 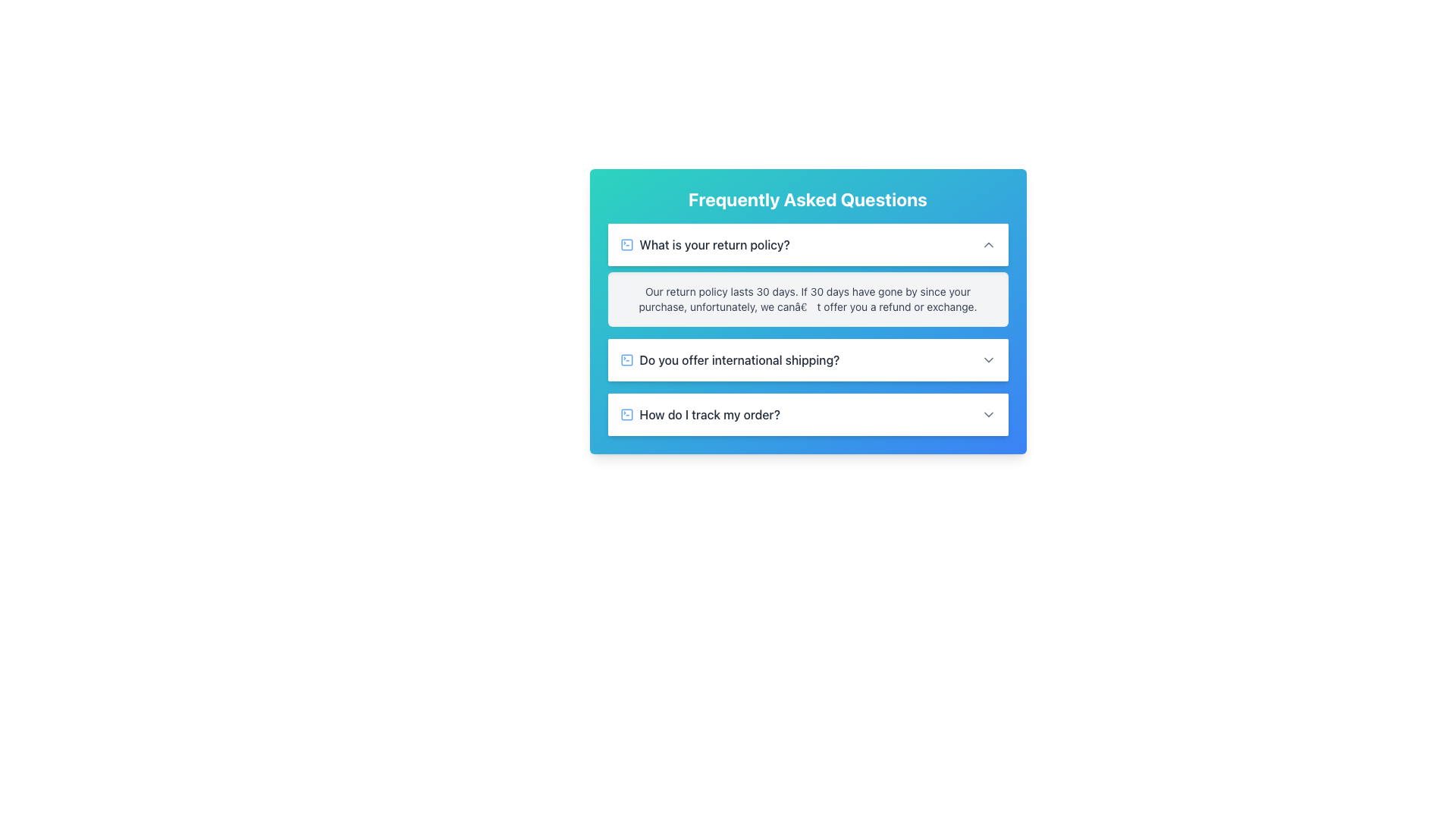 What do you see at coordinates (730, 359) in the screenshot?
I see `the FAQ item that asks 'Do you offer international shipping?', which is visually represented with a prominent font next to an icon of a terminal or square box, to focus on it` at bounding box center [730, 359].